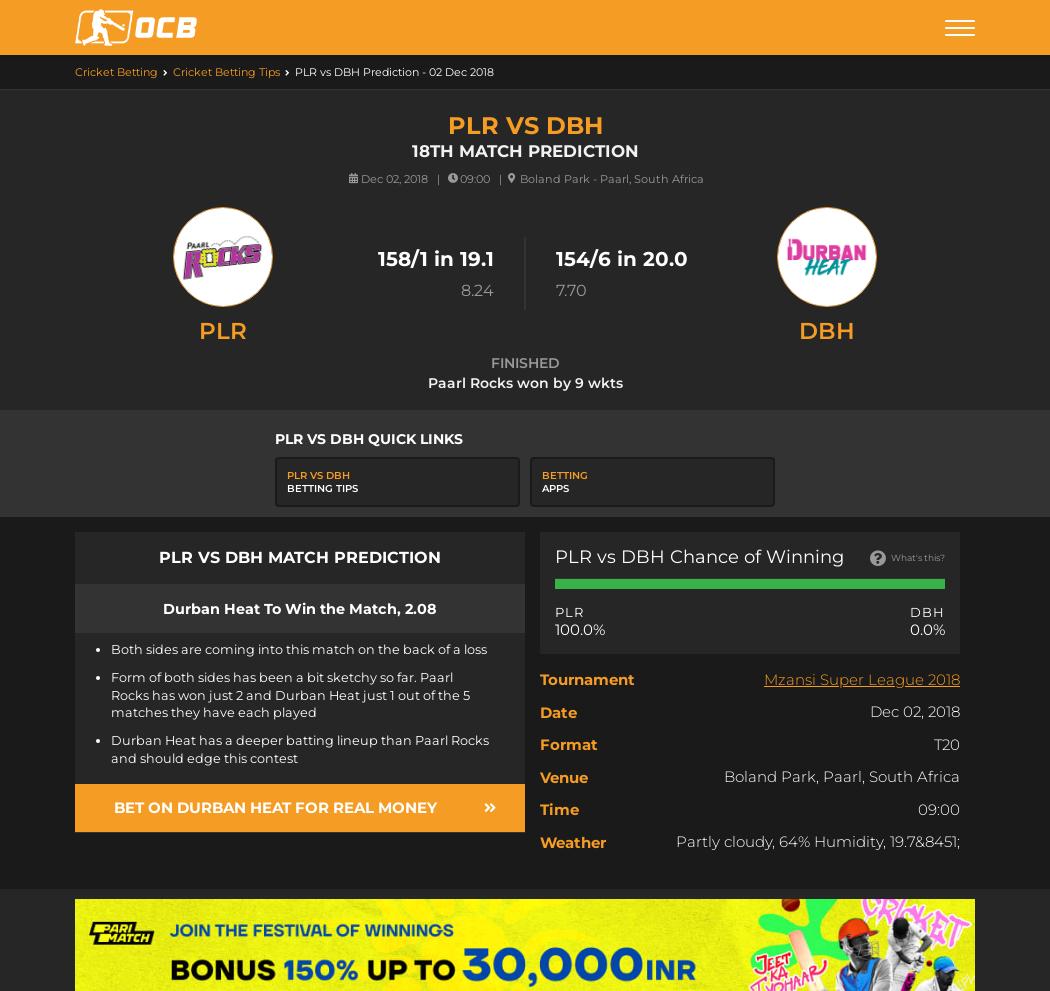  I want to click on 'T20', so click(945, 742).